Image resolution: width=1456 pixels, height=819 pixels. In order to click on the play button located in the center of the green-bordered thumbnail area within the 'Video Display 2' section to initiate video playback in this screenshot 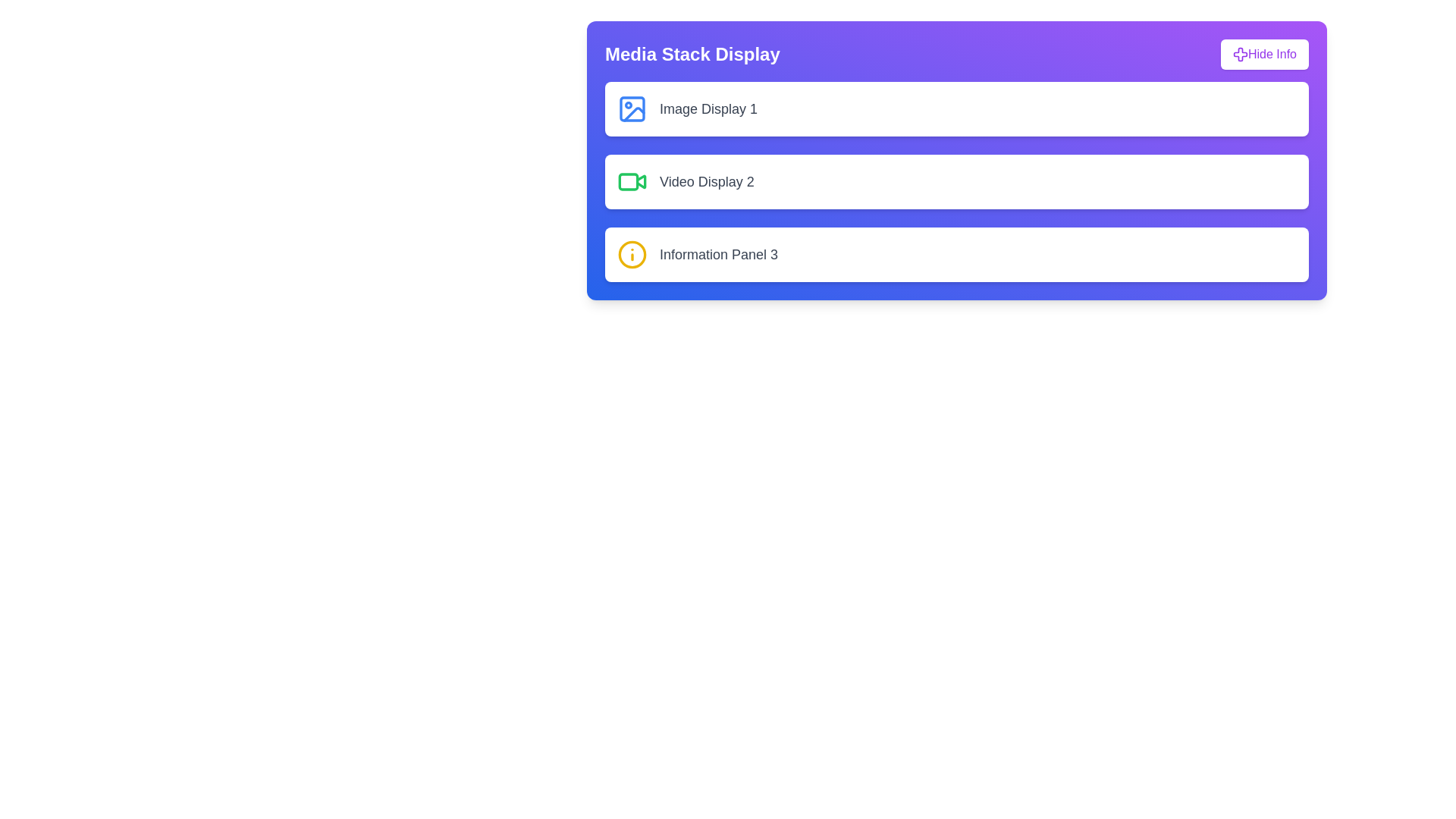, I will do `click(641, 180)`.